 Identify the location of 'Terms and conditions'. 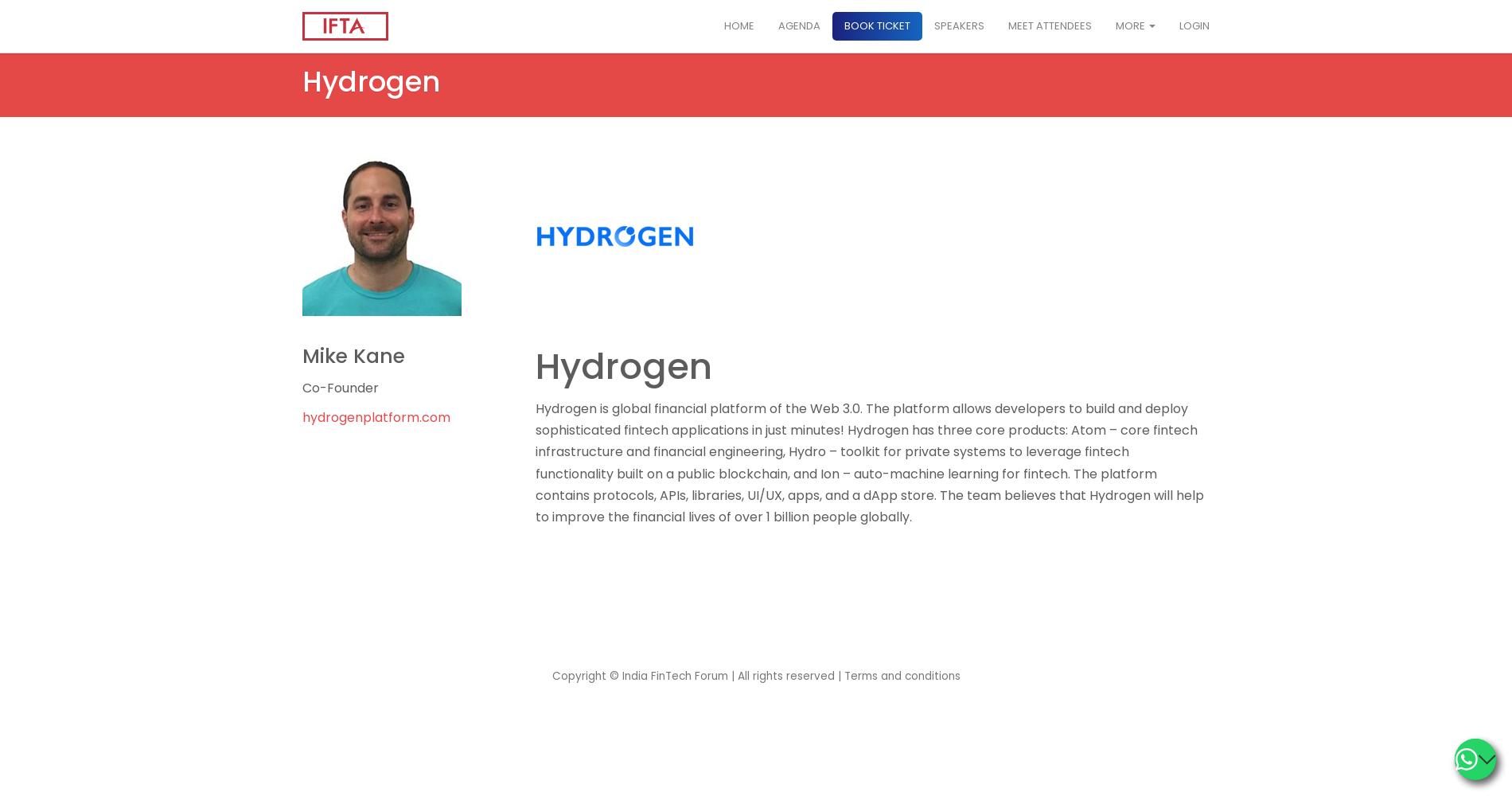
(901, 675).